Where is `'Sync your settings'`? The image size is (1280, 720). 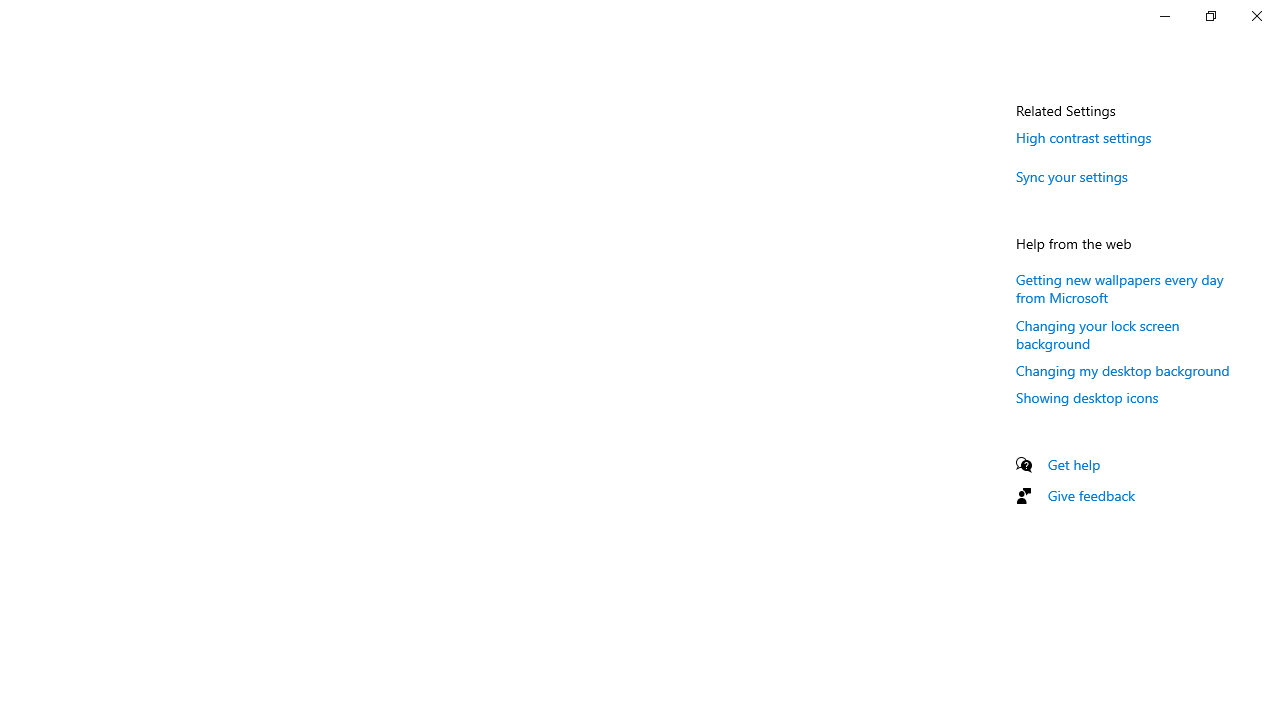
'Sync your settings' is located at coordinates (1071, 175).